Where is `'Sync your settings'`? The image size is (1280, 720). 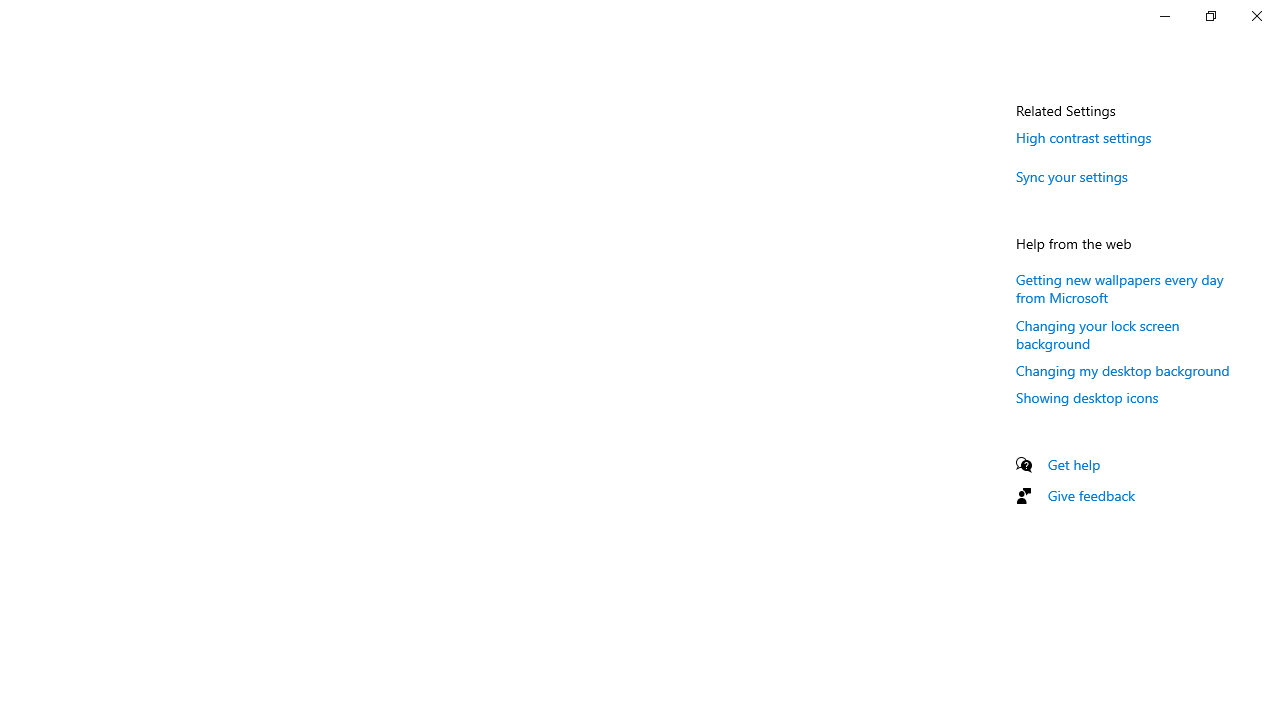
'Sync your settings' is located at coordinates (1071, 175).